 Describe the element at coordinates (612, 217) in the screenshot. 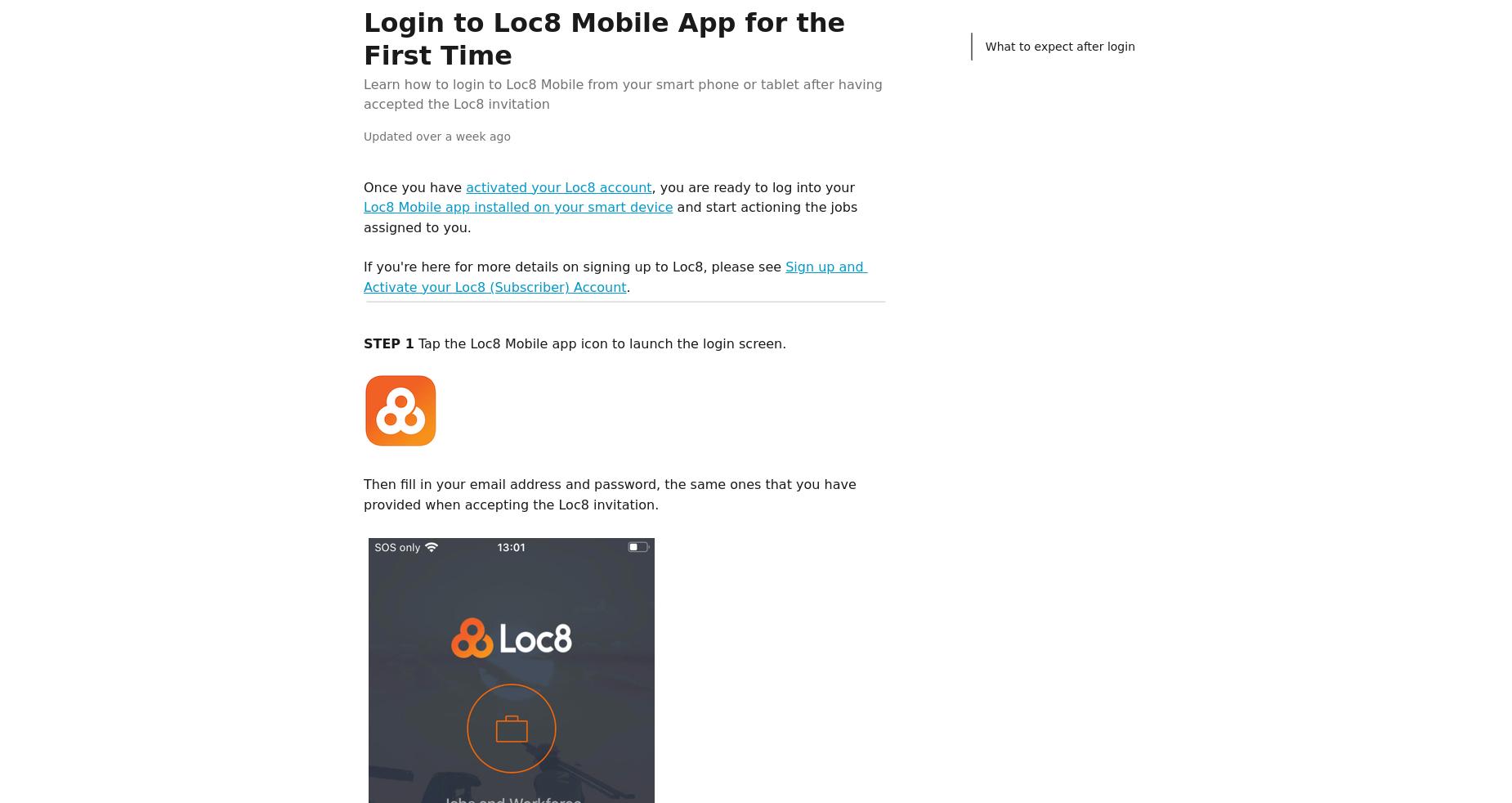

I see `'and start actioning the jobs assigned to you.'` at that location.